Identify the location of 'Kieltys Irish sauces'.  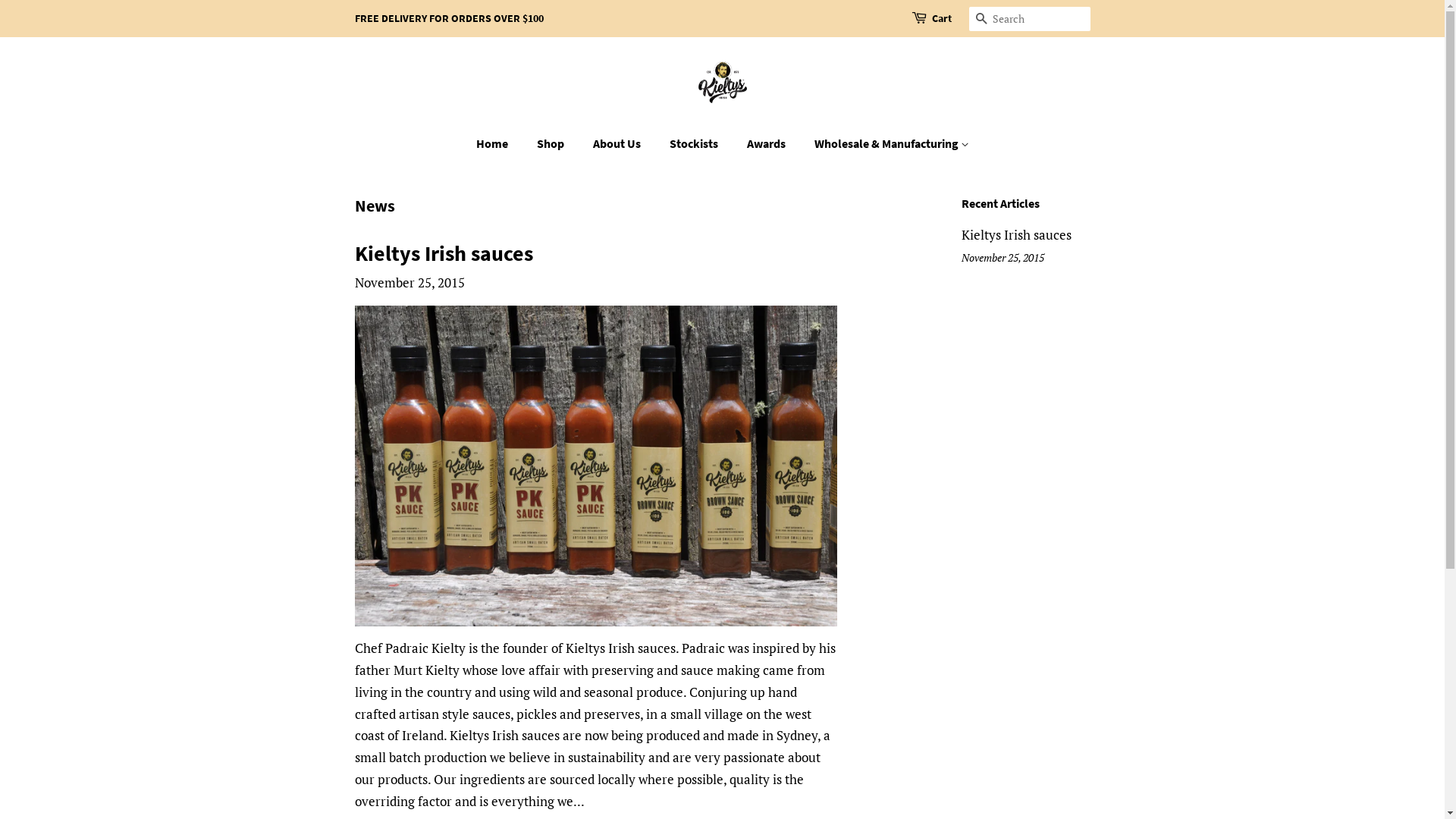
(1016, 234).